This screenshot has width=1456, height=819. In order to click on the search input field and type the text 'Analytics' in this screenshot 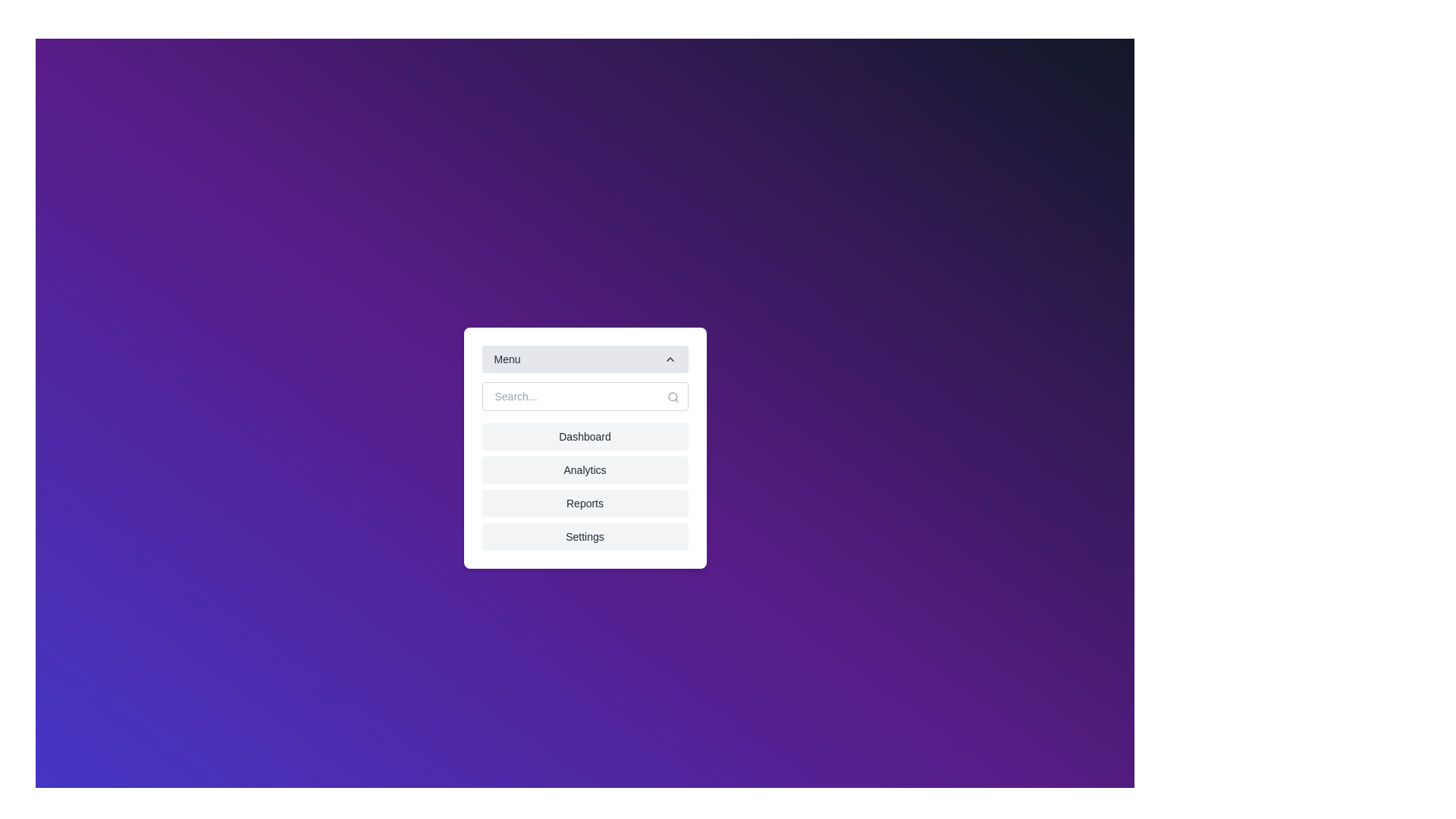, I will do `click(584, 396)`.